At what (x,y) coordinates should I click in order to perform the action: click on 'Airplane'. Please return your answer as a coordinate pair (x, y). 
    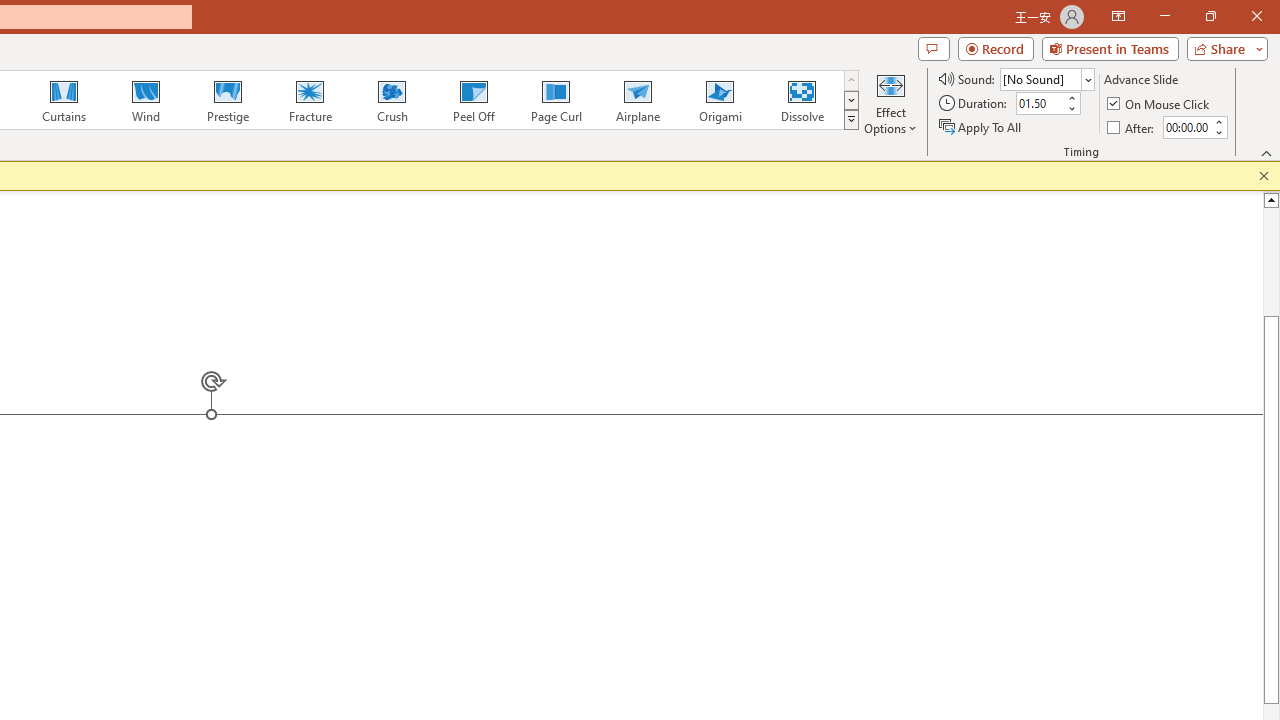
    Looking at the image, I should click on (636, 100).